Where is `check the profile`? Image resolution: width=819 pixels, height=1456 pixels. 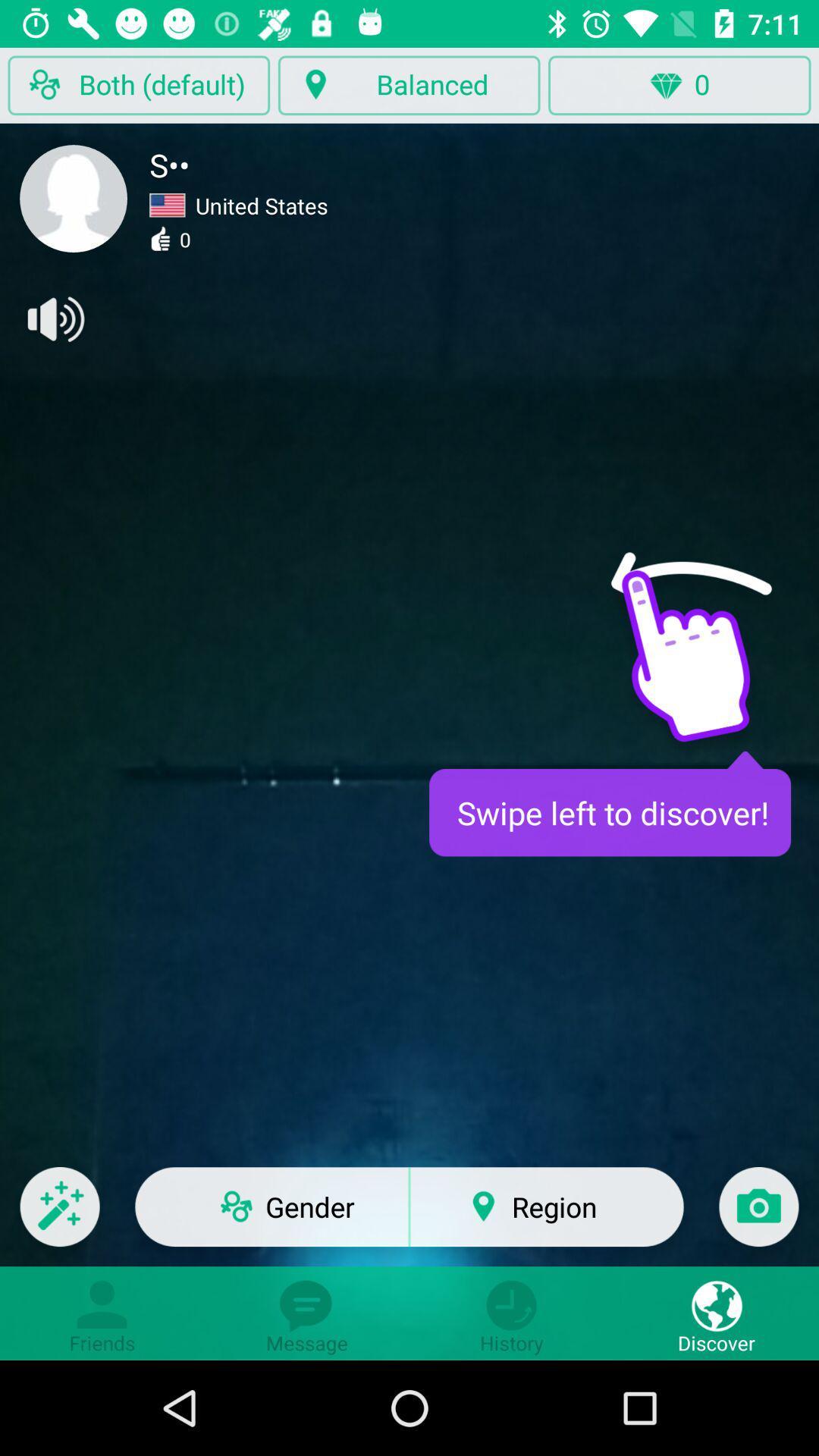
check the profile is located at coordinates (74, 198).